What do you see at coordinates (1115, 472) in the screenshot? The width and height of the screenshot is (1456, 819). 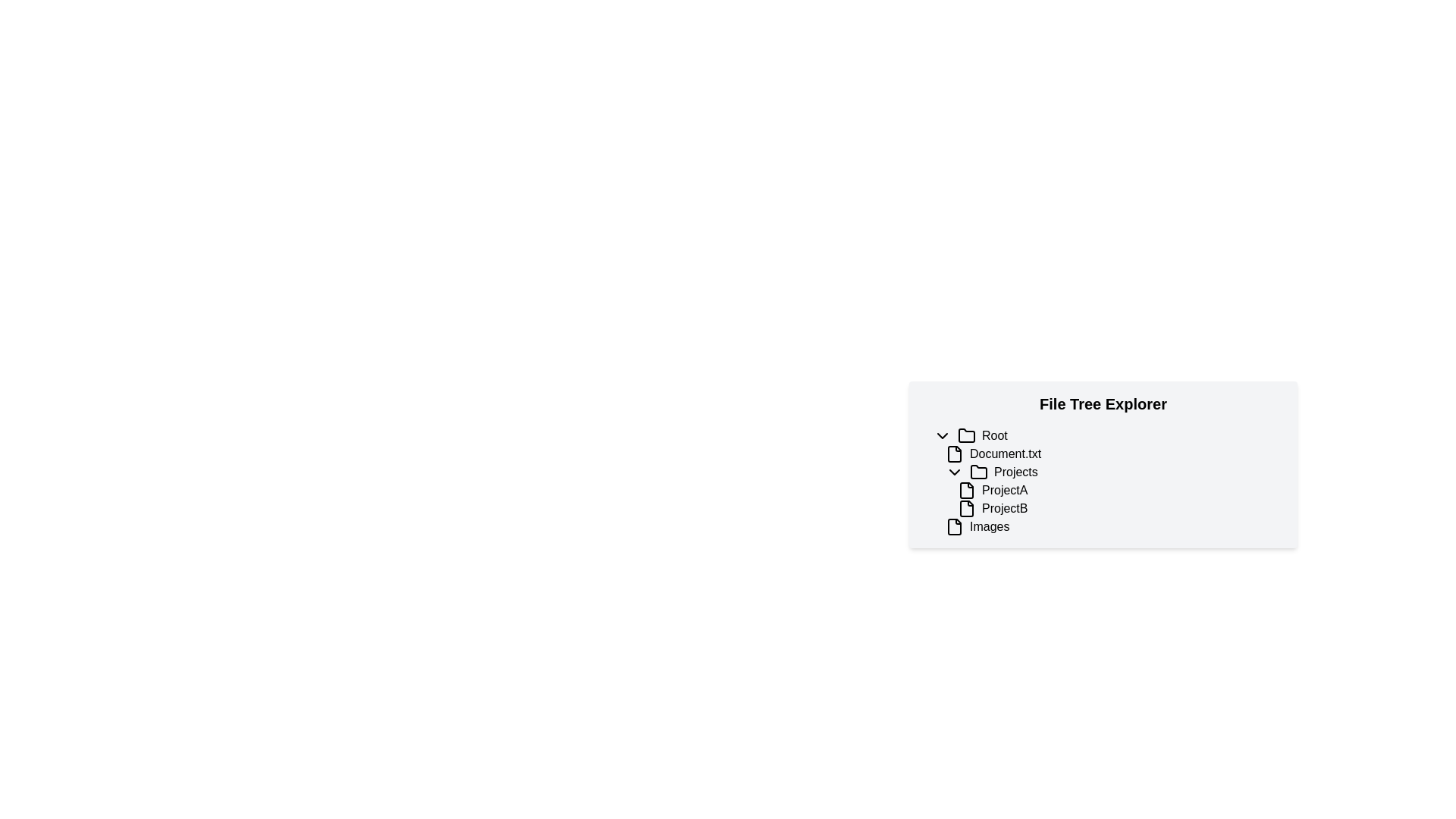 I see `the 'Projects' row in the file tree explorer` at bounding box center [1115, 472].